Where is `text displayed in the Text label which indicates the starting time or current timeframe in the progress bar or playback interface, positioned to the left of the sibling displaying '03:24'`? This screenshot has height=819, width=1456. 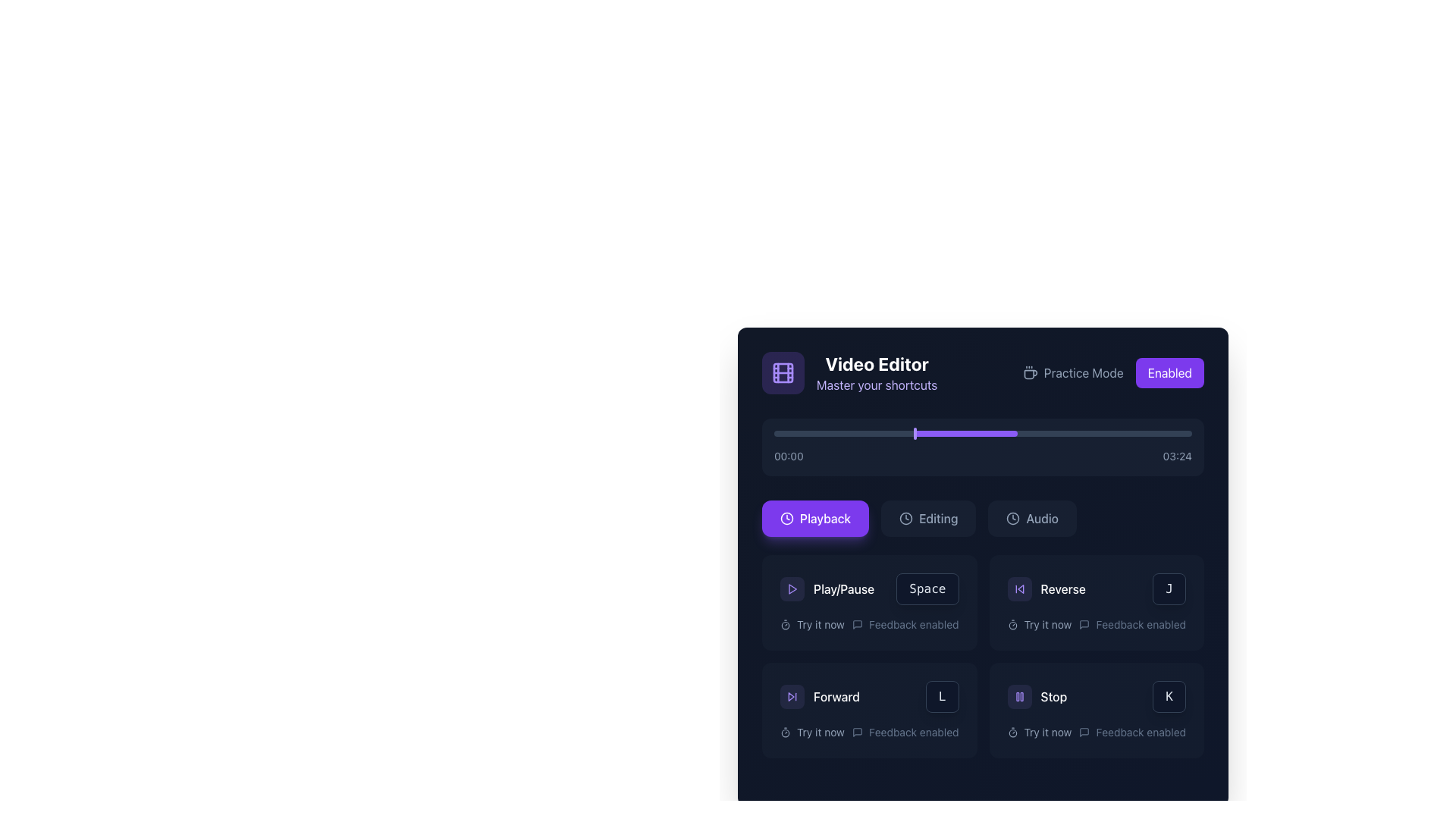
text displayed in the Text label which indicates the starting time or current timeframe in the progress bar or playback interface, positioned to the left of the sibling displaying '03:24' is located at coordinates (789, 455).